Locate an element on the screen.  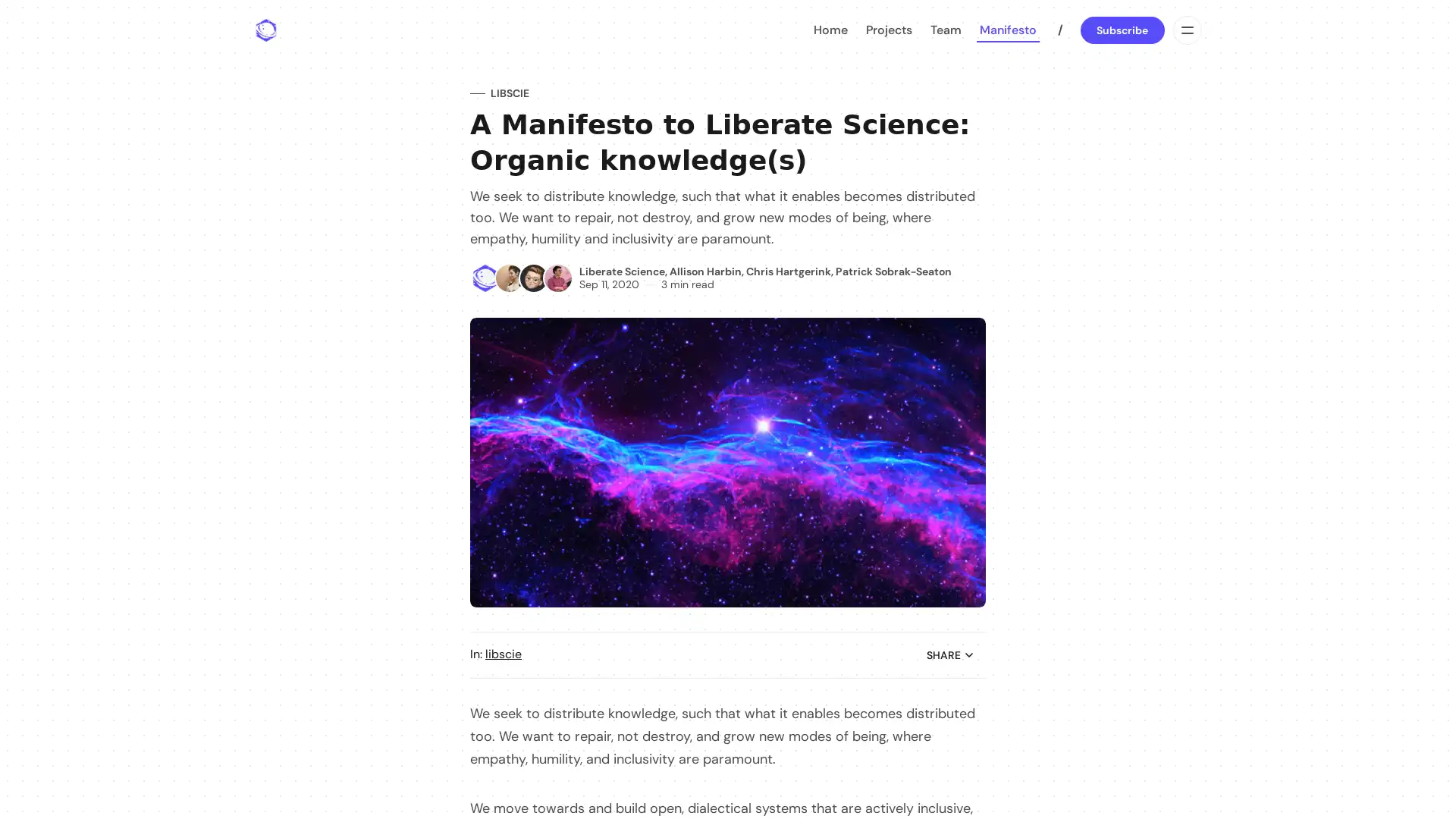
SHARE is located at coordinates (949, 654).